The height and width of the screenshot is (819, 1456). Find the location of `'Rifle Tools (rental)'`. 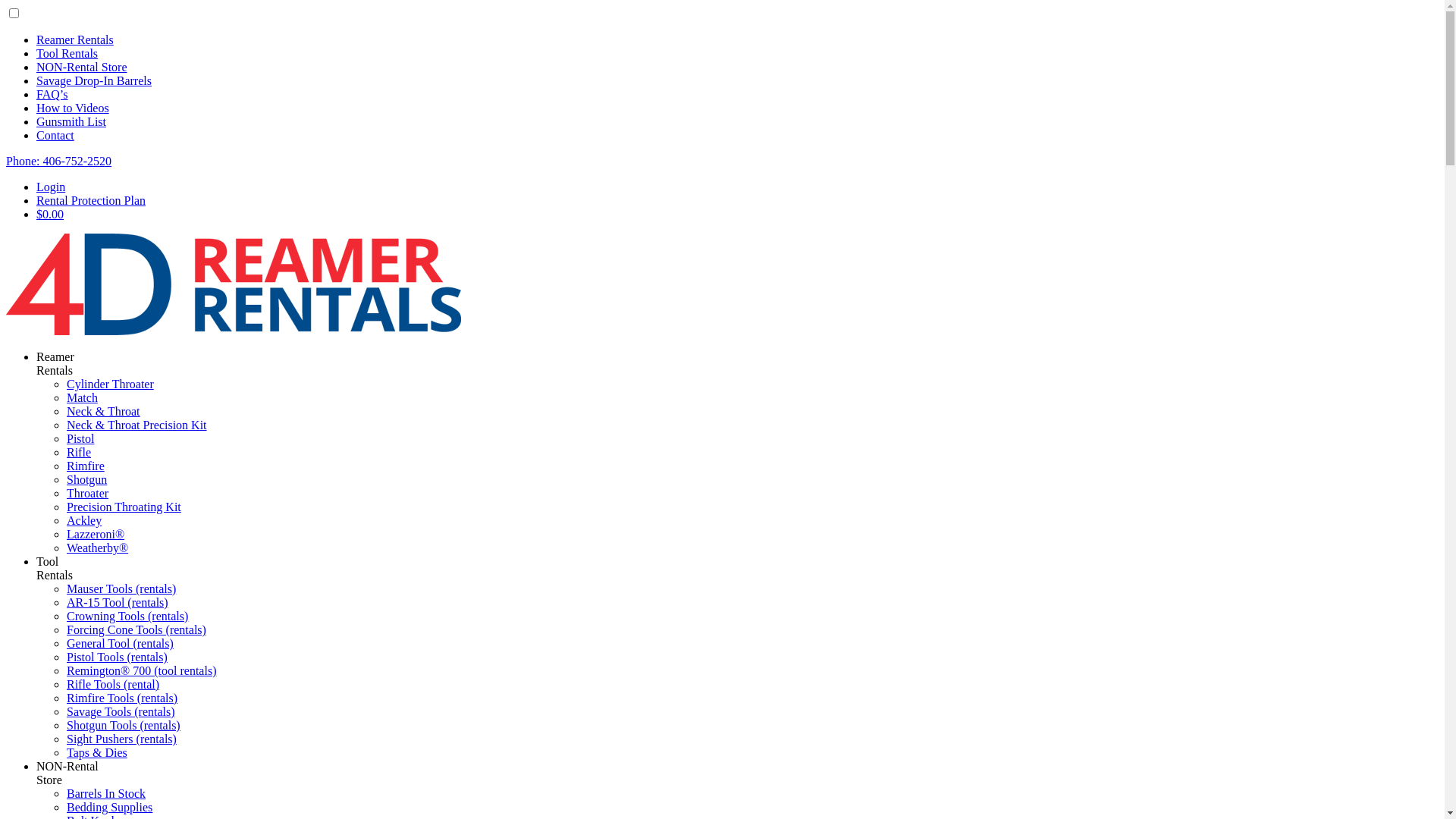

'Rifle Tools (rental)' is located at coordinates (111, 684).